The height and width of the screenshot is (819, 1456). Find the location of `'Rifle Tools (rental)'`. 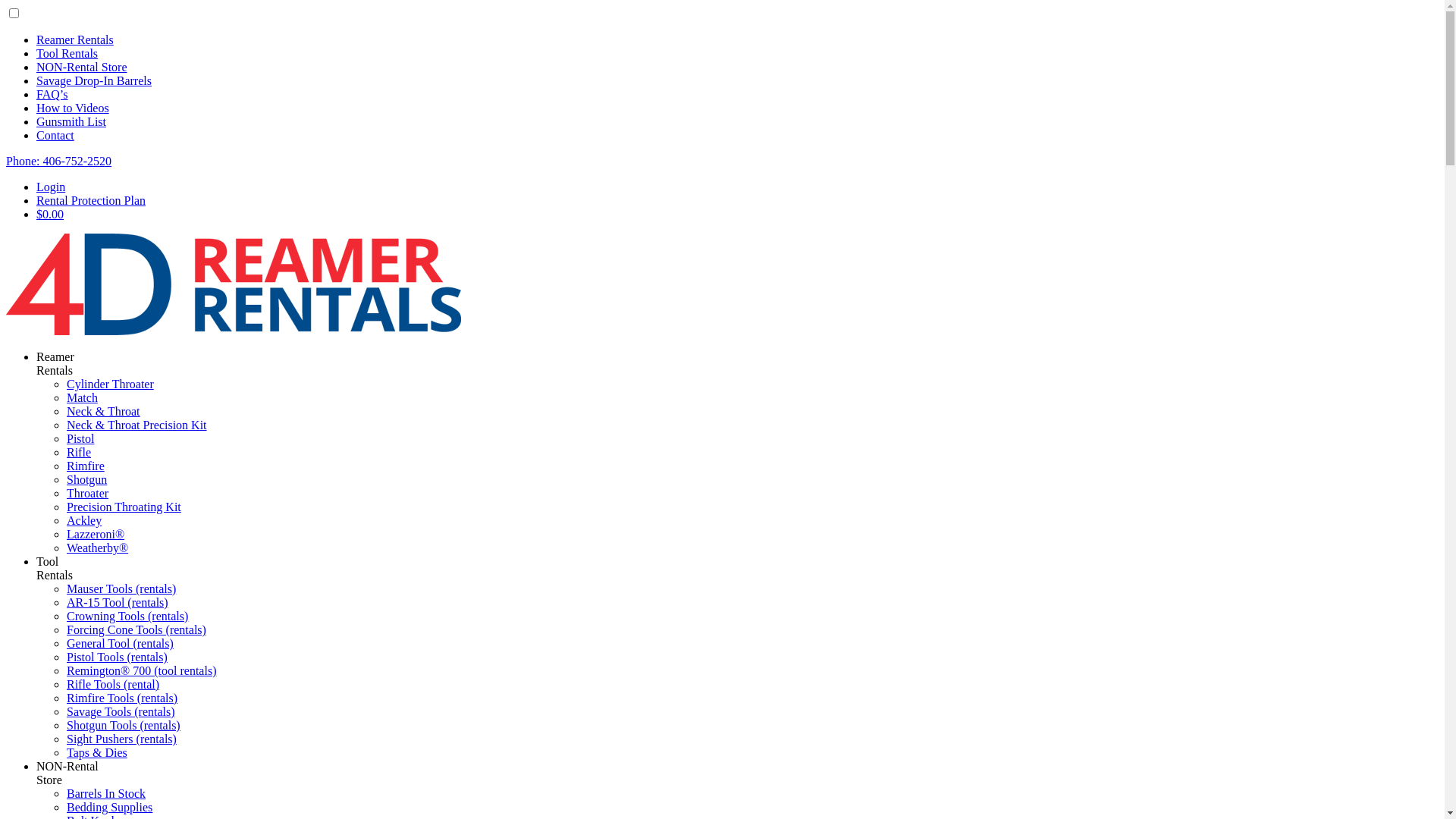

'Rifle Tools (rental)' is located at coordinates (111, 684).